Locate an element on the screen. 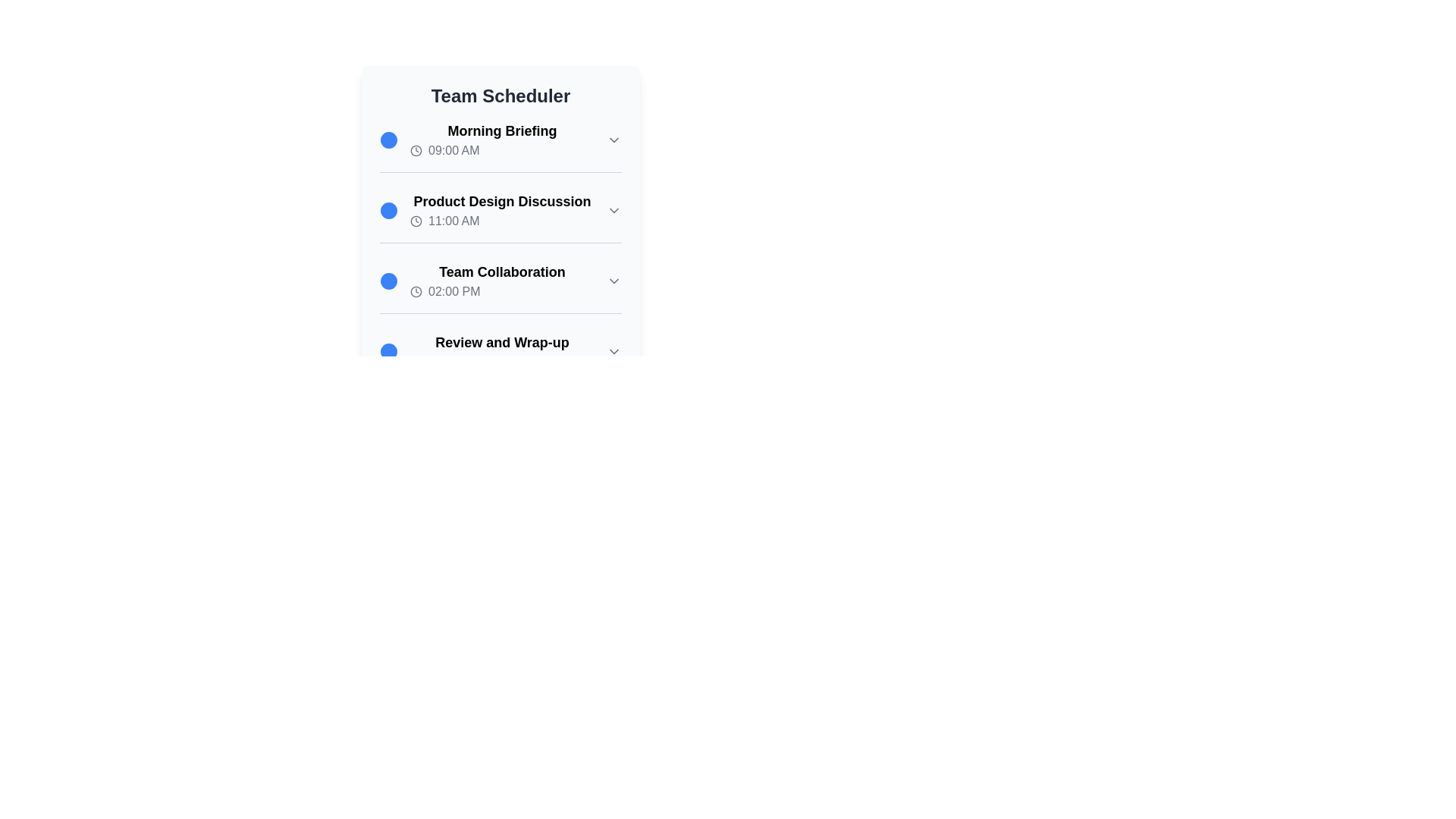 Image resolution: width=1456 pixels, height=819 pixels. the blue circular icon next to the 'Product Design Discussion' entry in the 'Team Scheduler' list is located at coordinates (389, 210).